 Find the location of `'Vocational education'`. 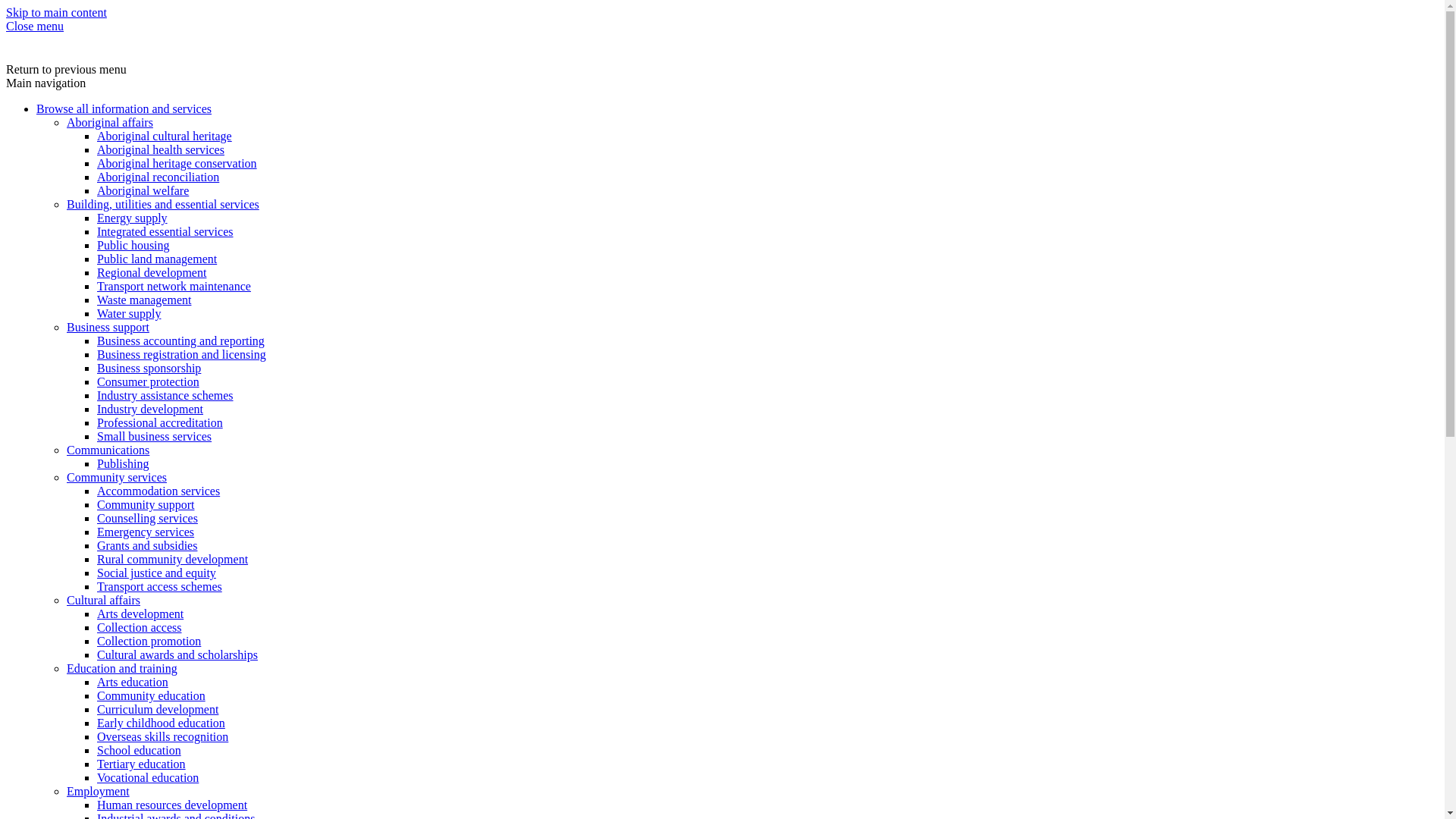

'Vocational education' is located at coordinates (148, 777).